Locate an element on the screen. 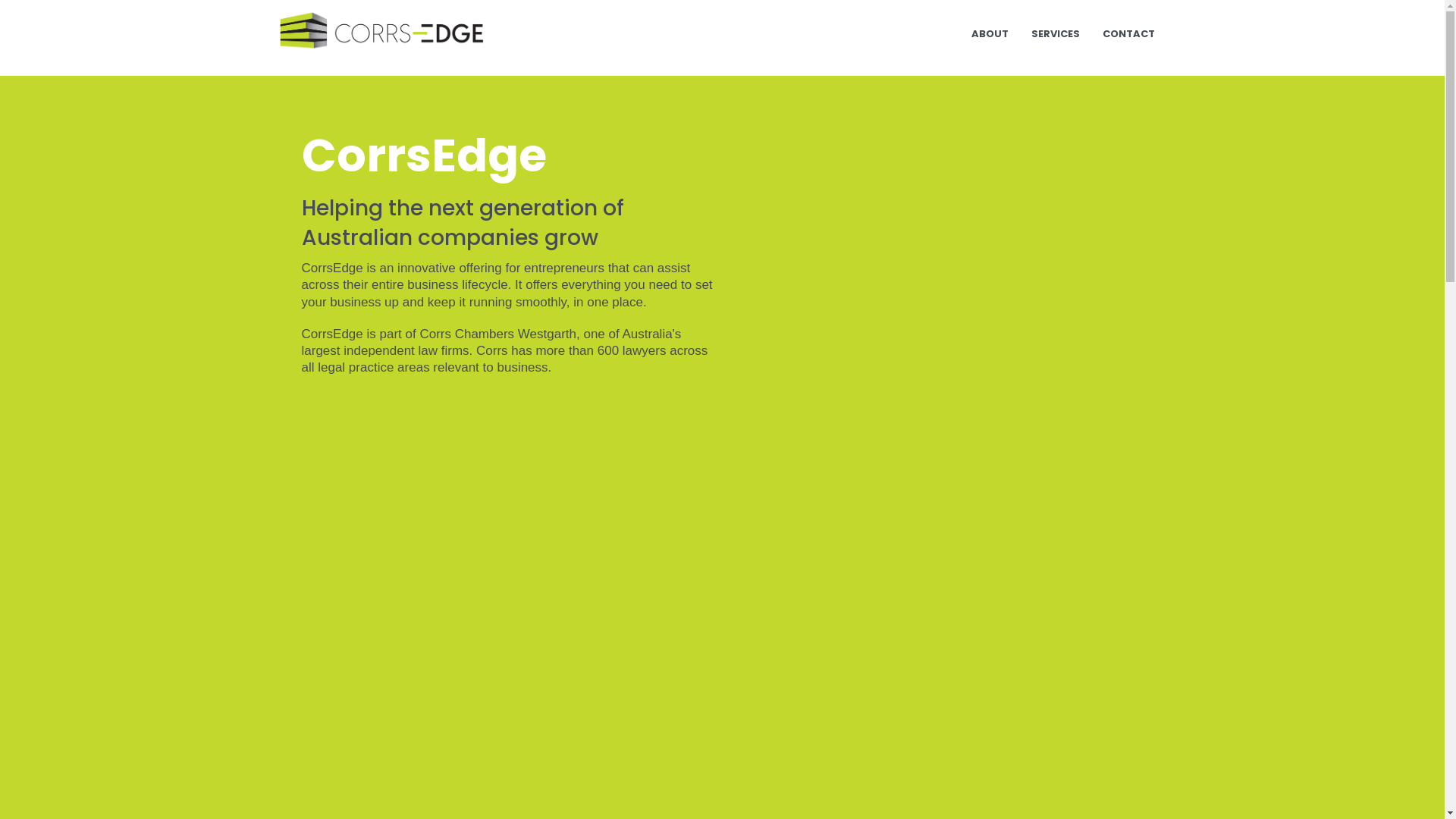 The image size is (1456, 819). 'ABOUT' is located at coordinates (990, 34).